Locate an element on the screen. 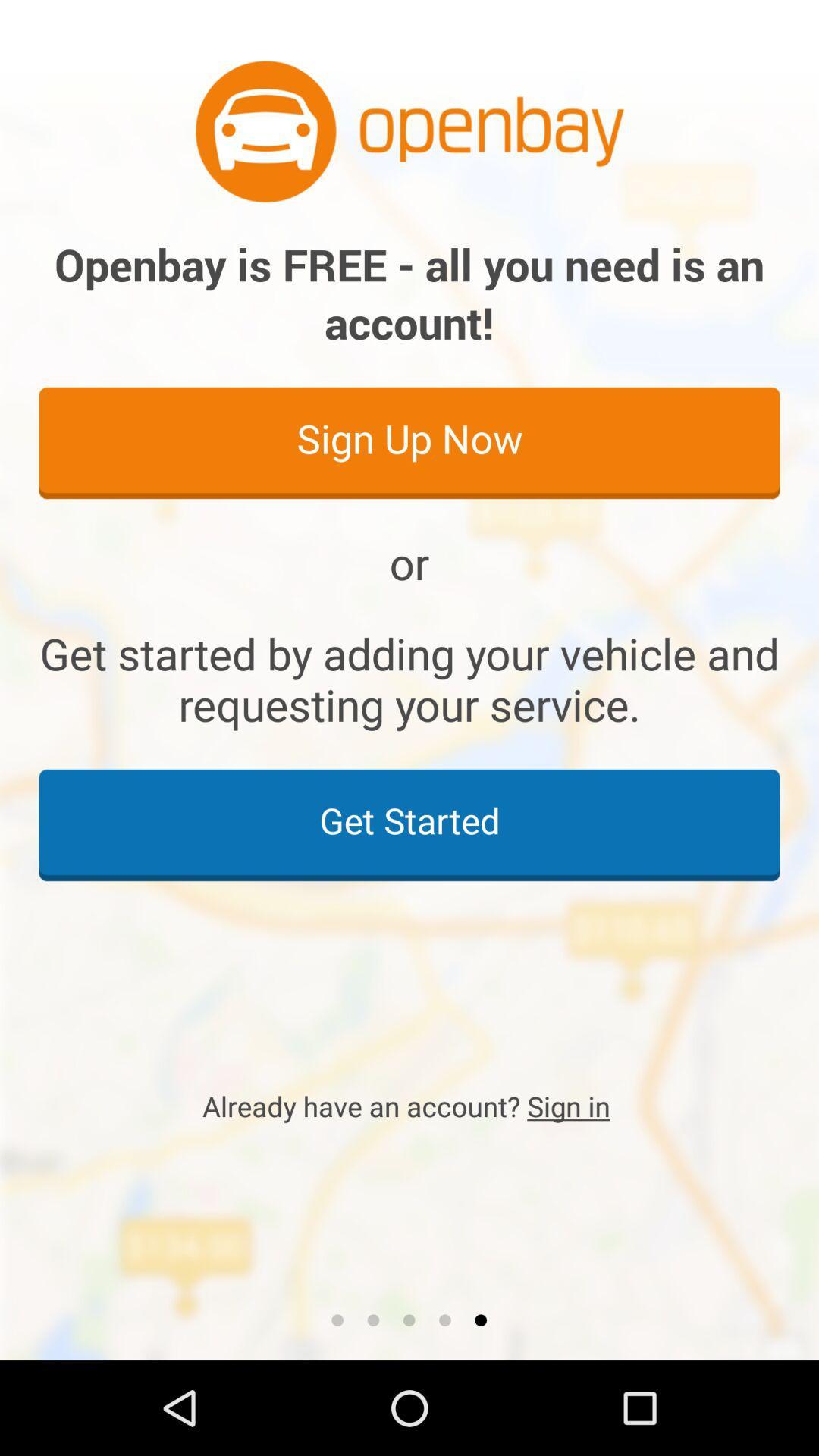 The width and height of the screenshot is (819, 1456). the item below get started icon is located at coordinates (409, 1106).